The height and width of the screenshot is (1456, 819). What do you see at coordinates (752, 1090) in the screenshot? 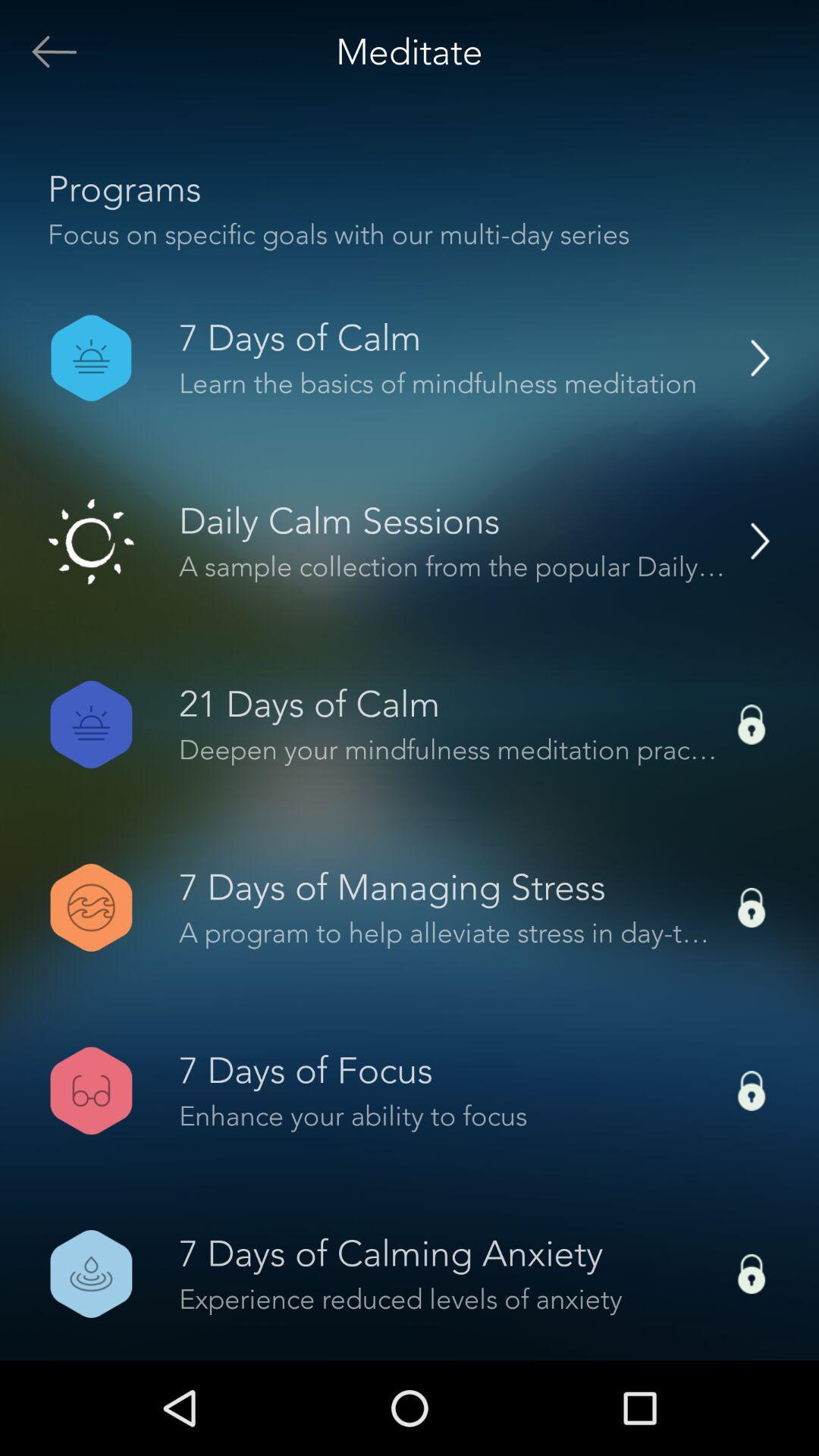
I see `the icon which is next to the 7 days of focus` at bounding box center [752, 1090].